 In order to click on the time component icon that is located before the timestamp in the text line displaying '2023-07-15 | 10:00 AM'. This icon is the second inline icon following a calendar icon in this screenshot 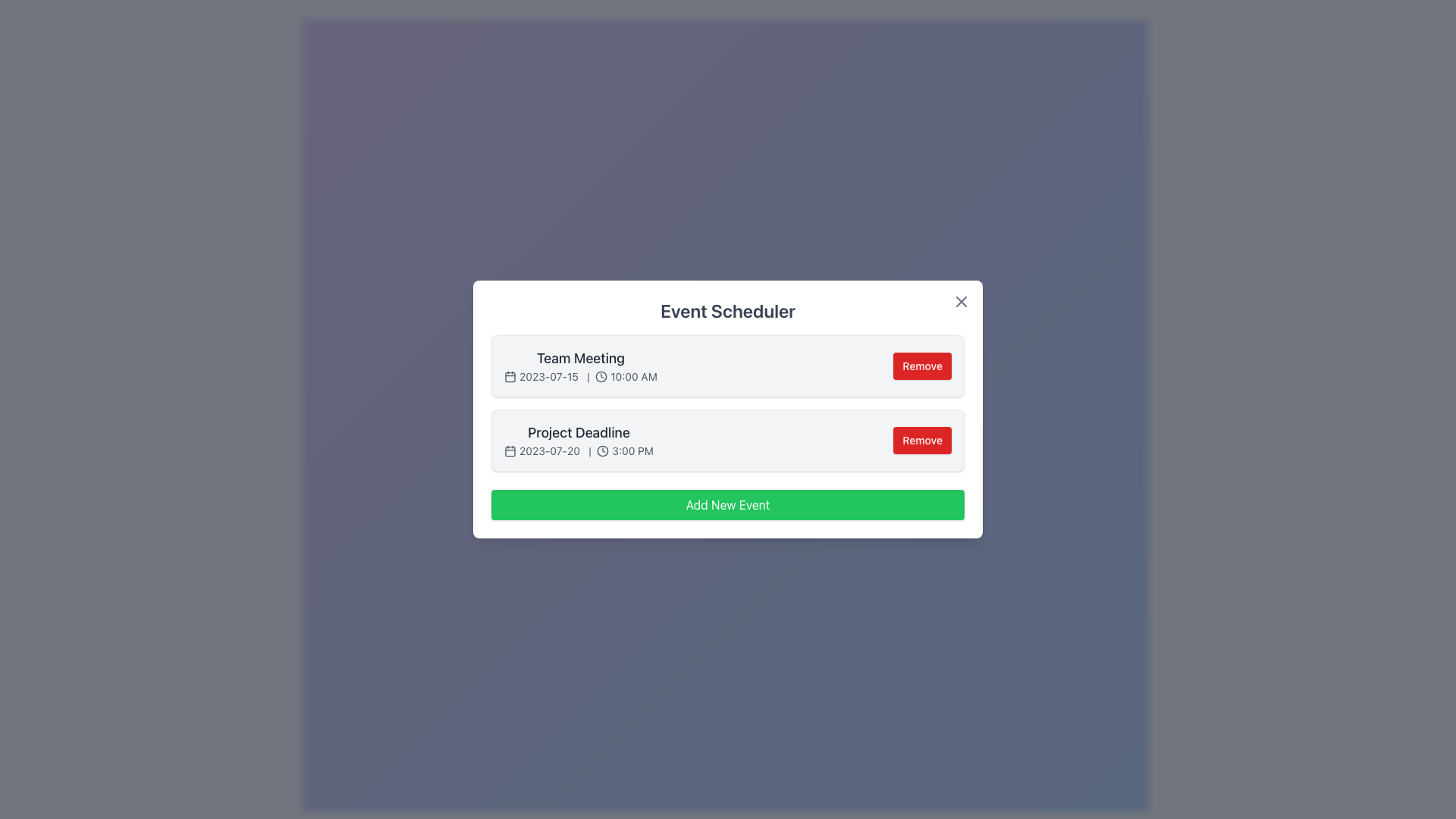, I will do `click(601, 376)`.